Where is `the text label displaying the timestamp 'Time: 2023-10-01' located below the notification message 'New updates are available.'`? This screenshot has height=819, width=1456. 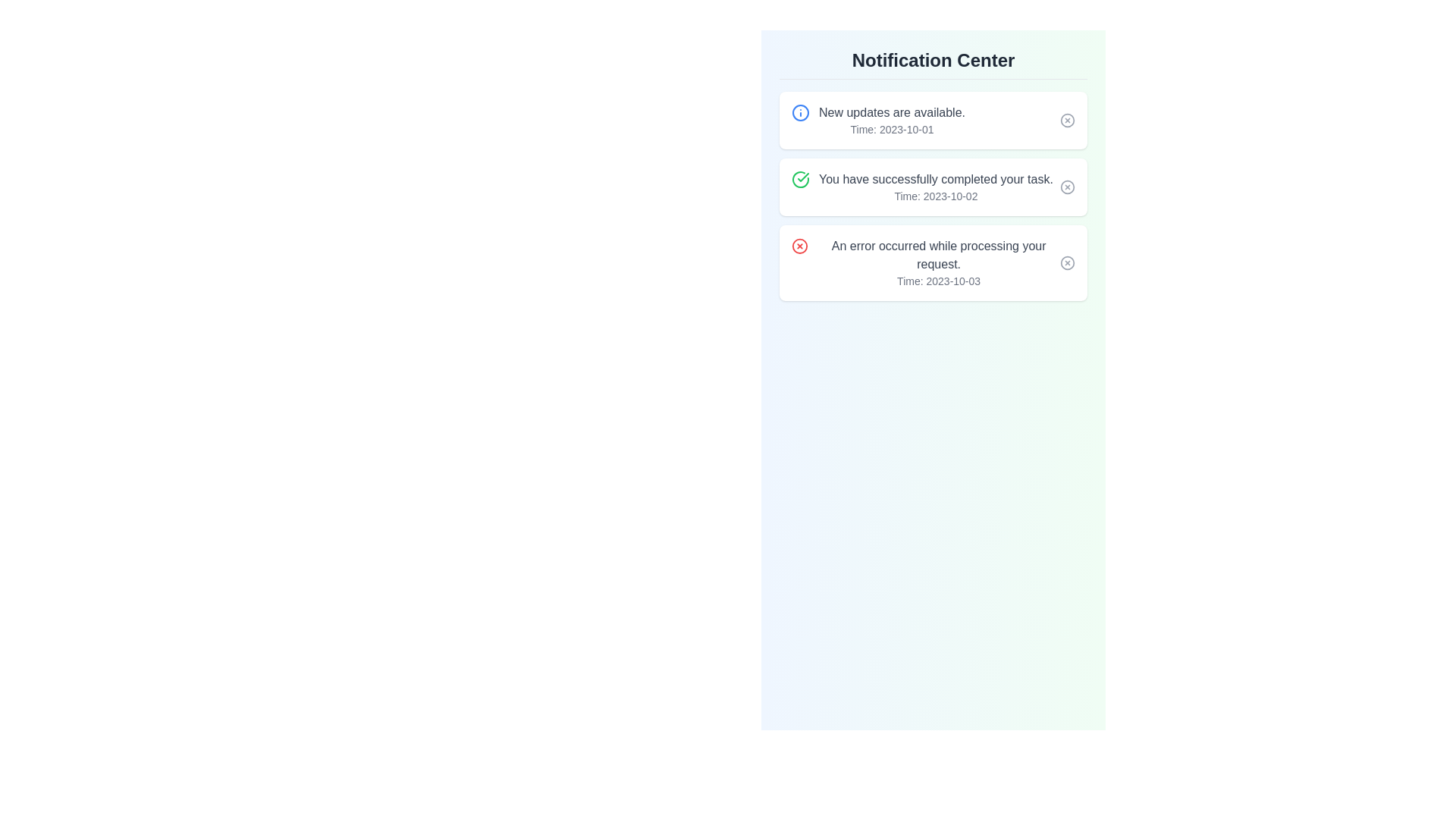 the text label displaying the timestamp 'Time: 2023-10-01' located below the notification message 'New updates are available.' is located at coordinates (892, 128).